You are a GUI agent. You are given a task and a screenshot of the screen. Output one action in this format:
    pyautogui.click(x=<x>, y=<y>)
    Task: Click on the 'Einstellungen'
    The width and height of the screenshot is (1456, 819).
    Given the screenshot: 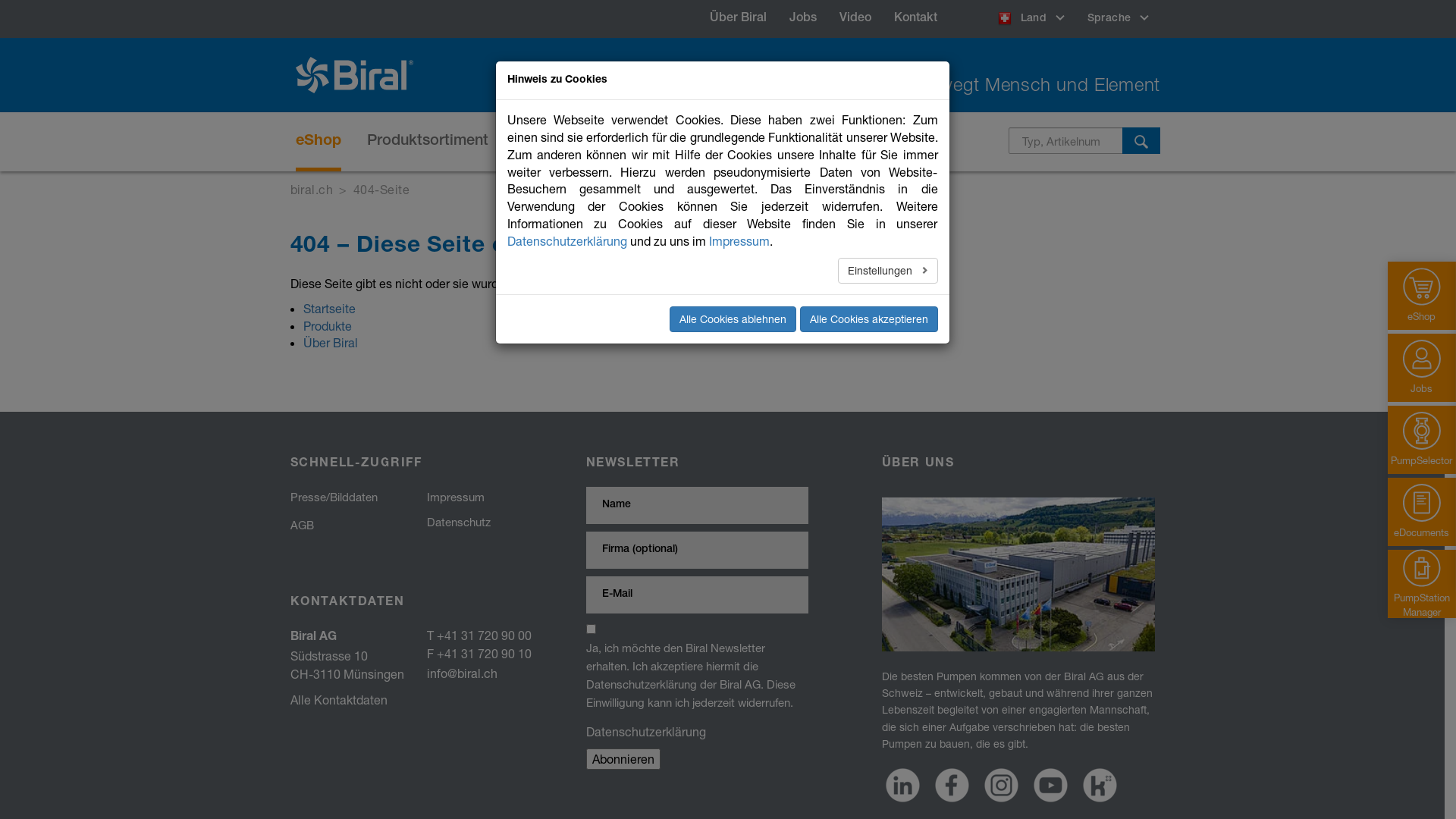 What is the action you would take?
    pyautogui.click(x=888, y=270)
    